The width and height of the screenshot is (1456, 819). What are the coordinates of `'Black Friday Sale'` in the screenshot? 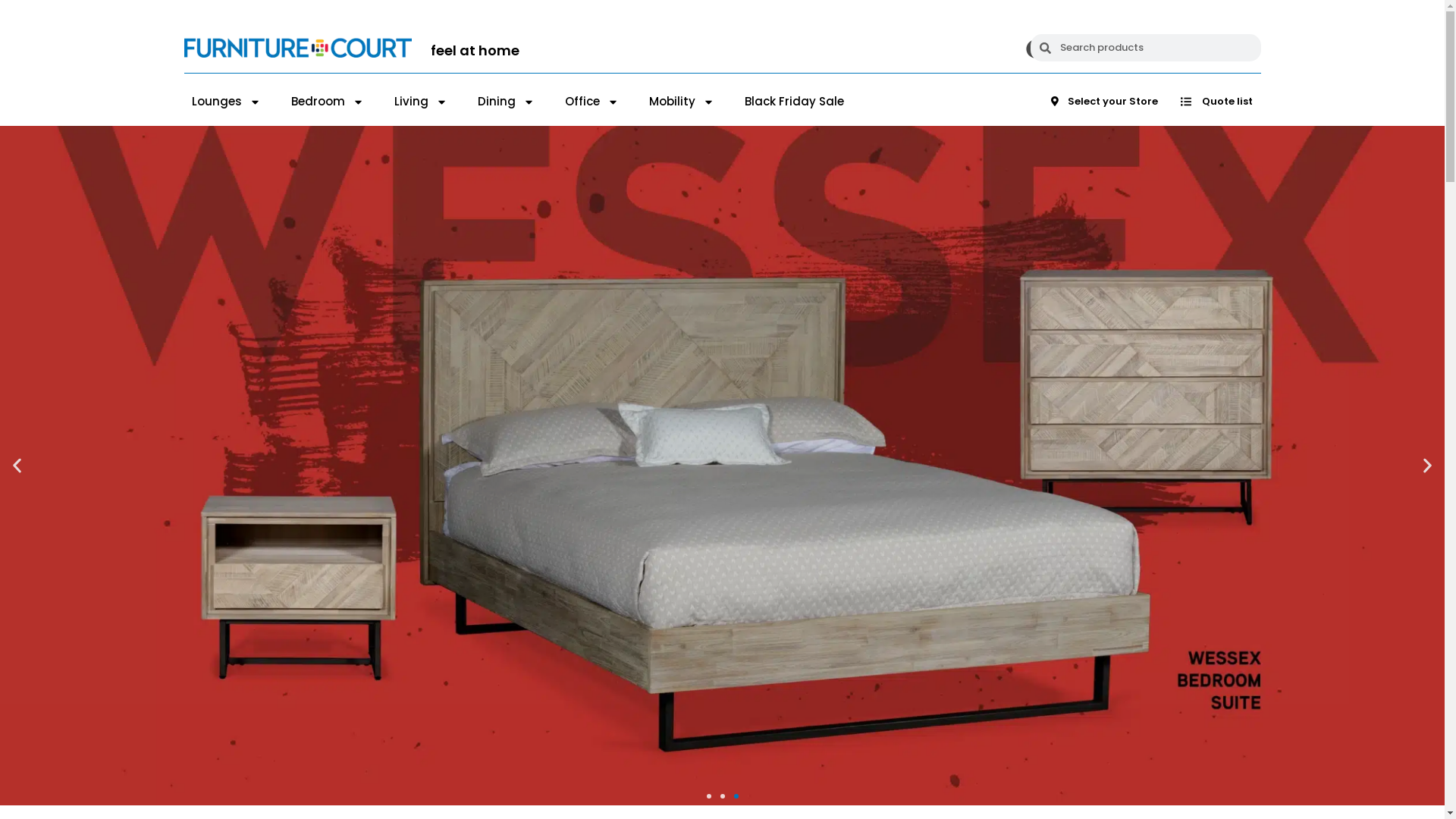 It's located at (793, 102).